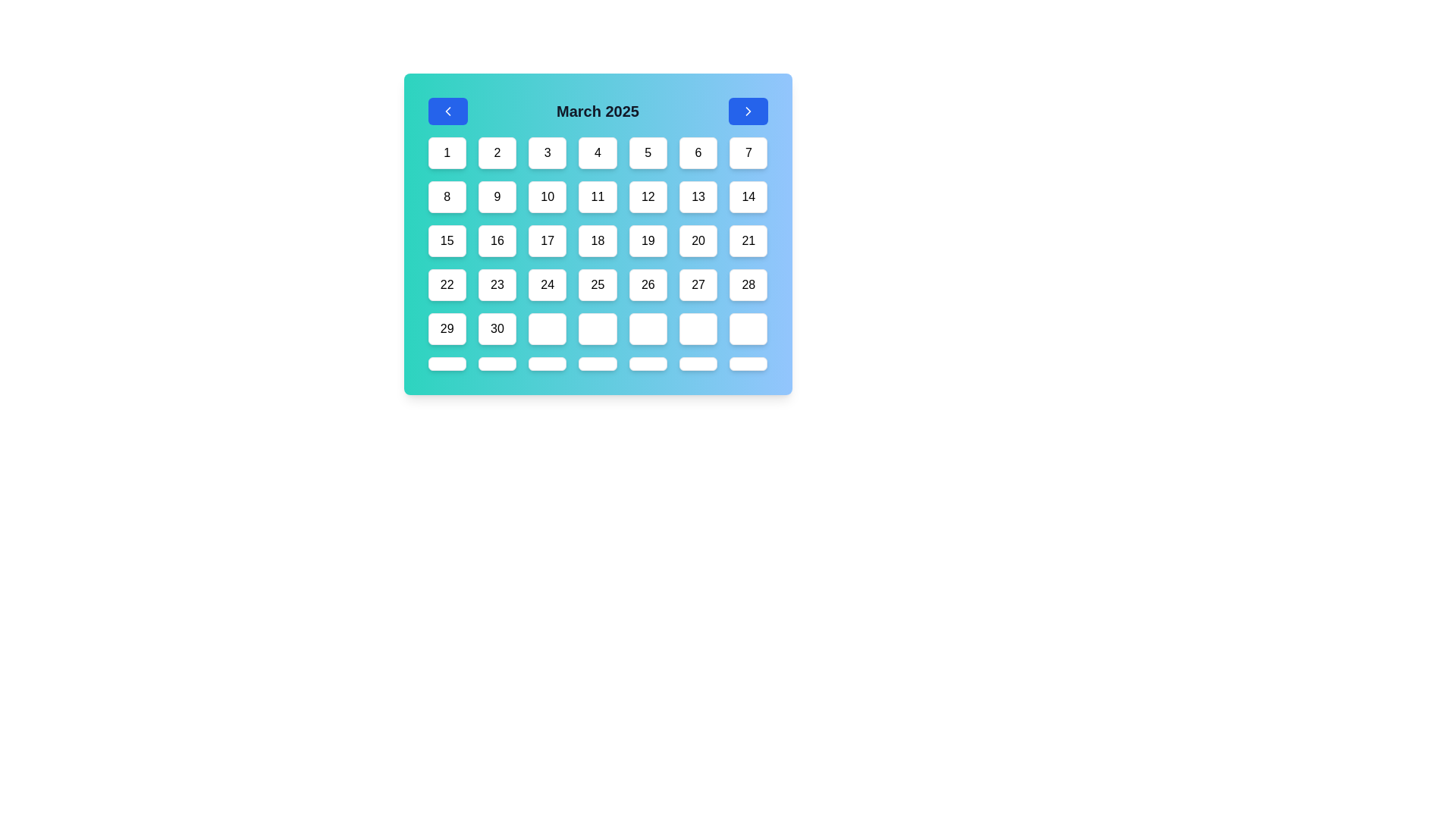 This screenshot has width=1456, height=819. Describe the element at coordinates (648, 152) in the screenshot. I see `the grid cell located in the first row and fifth column, which displays the number '5' in bold font` at that location.